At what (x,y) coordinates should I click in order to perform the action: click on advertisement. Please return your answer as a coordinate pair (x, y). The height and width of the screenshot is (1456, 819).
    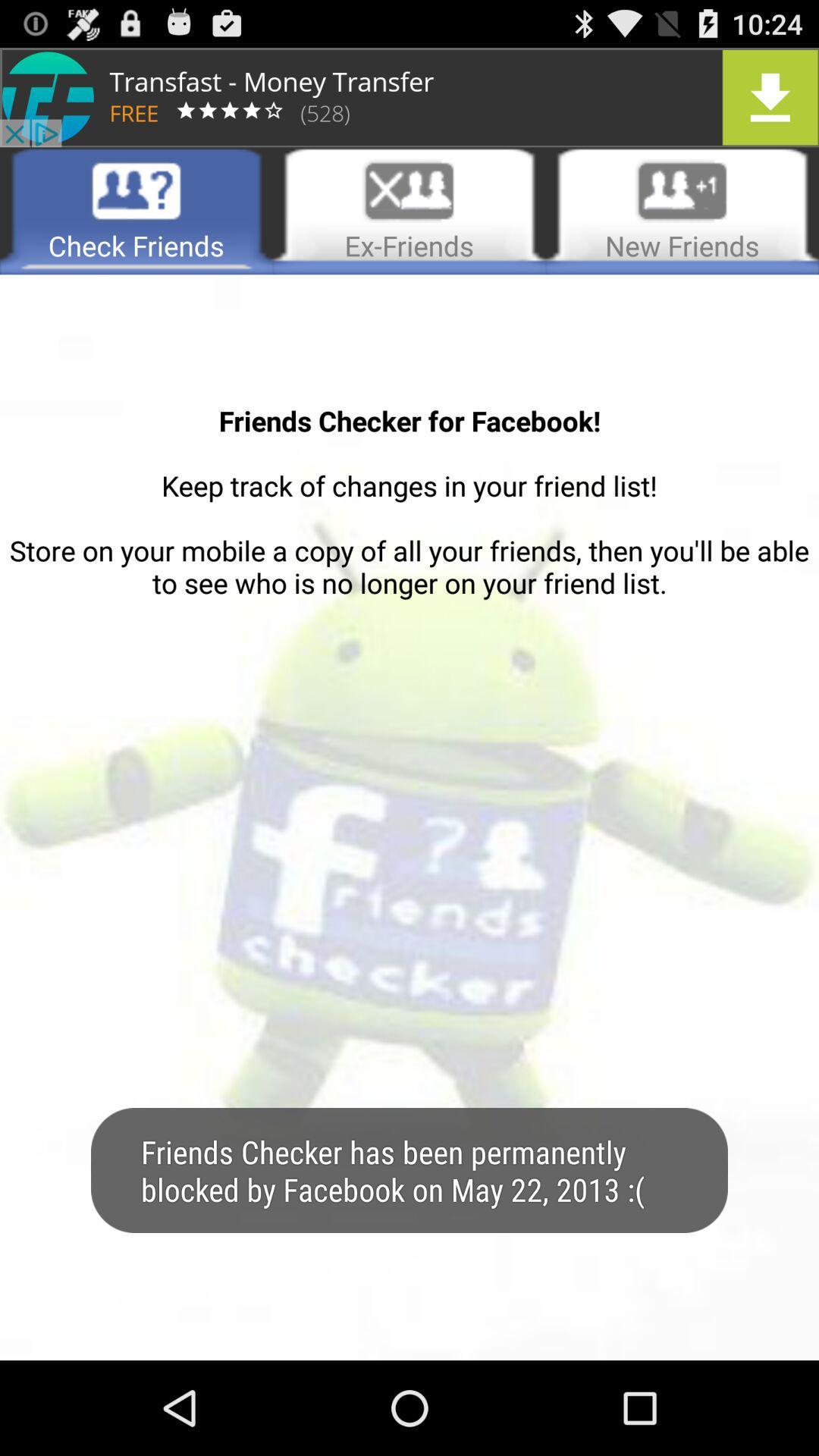
    Looking at the image, I should click on (409, 96).